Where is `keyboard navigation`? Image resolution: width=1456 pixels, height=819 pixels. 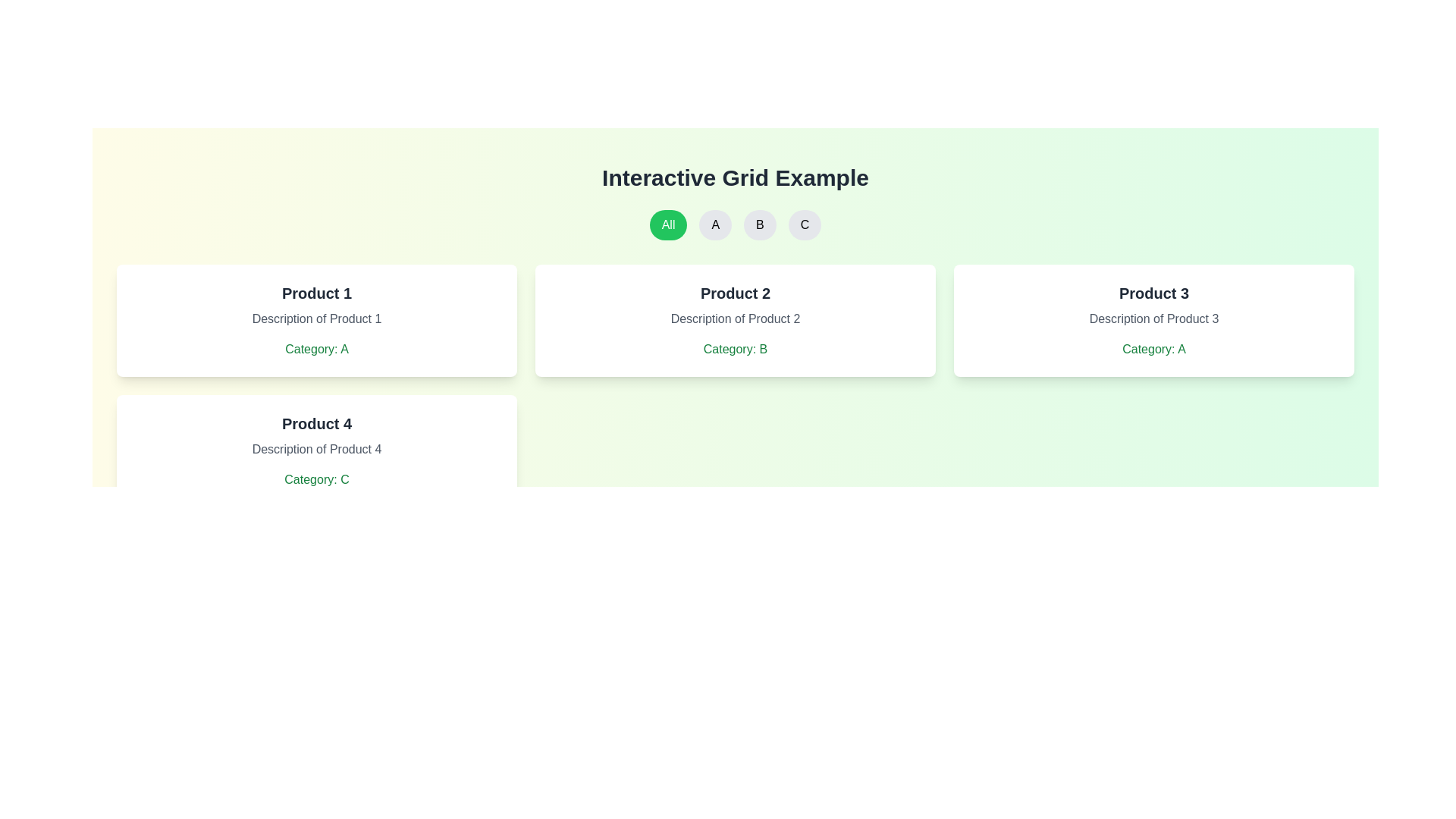 keyboard navigation is located at coordinates (760, 225).